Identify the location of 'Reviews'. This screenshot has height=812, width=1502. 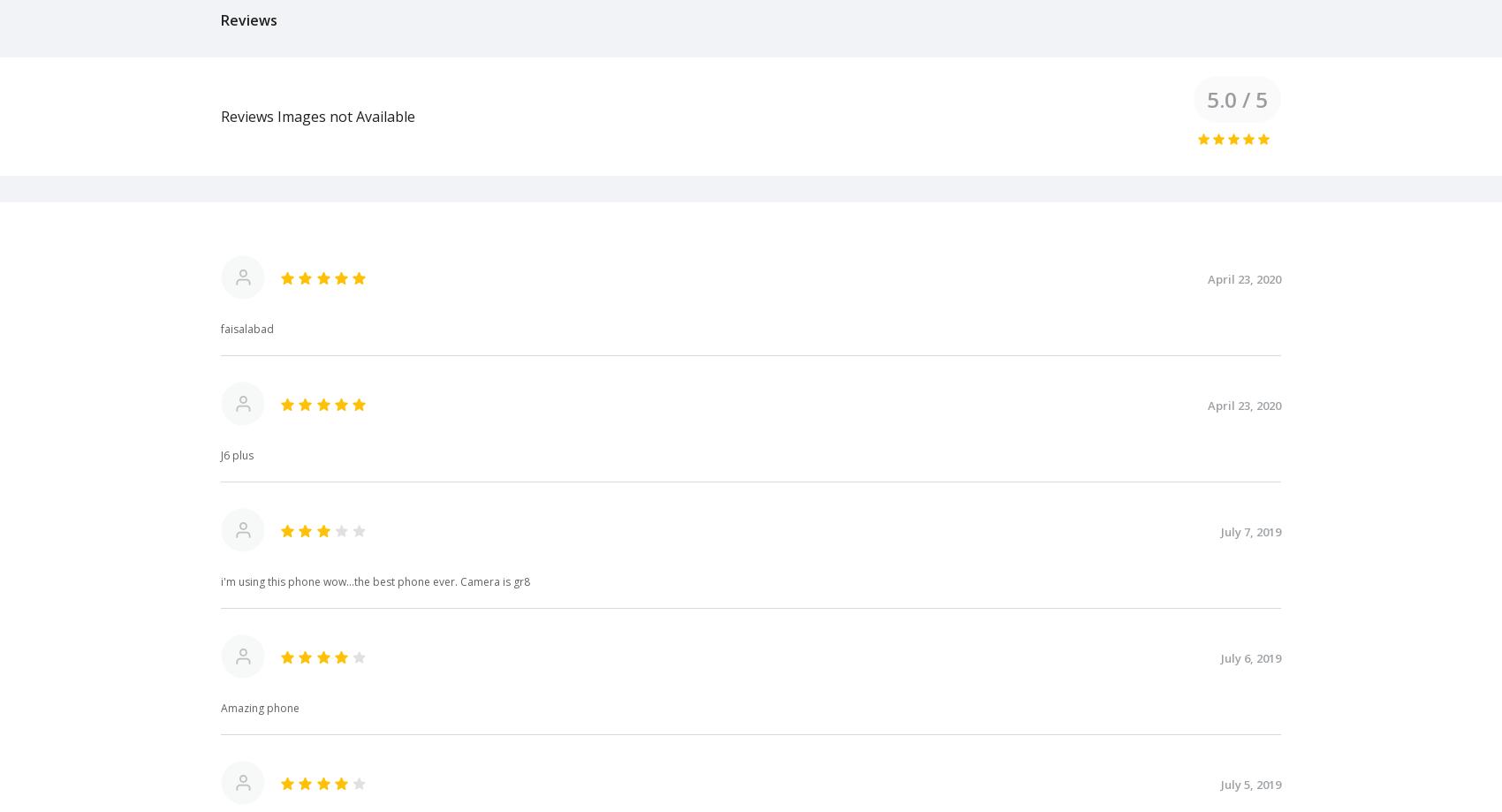
(249, 19).